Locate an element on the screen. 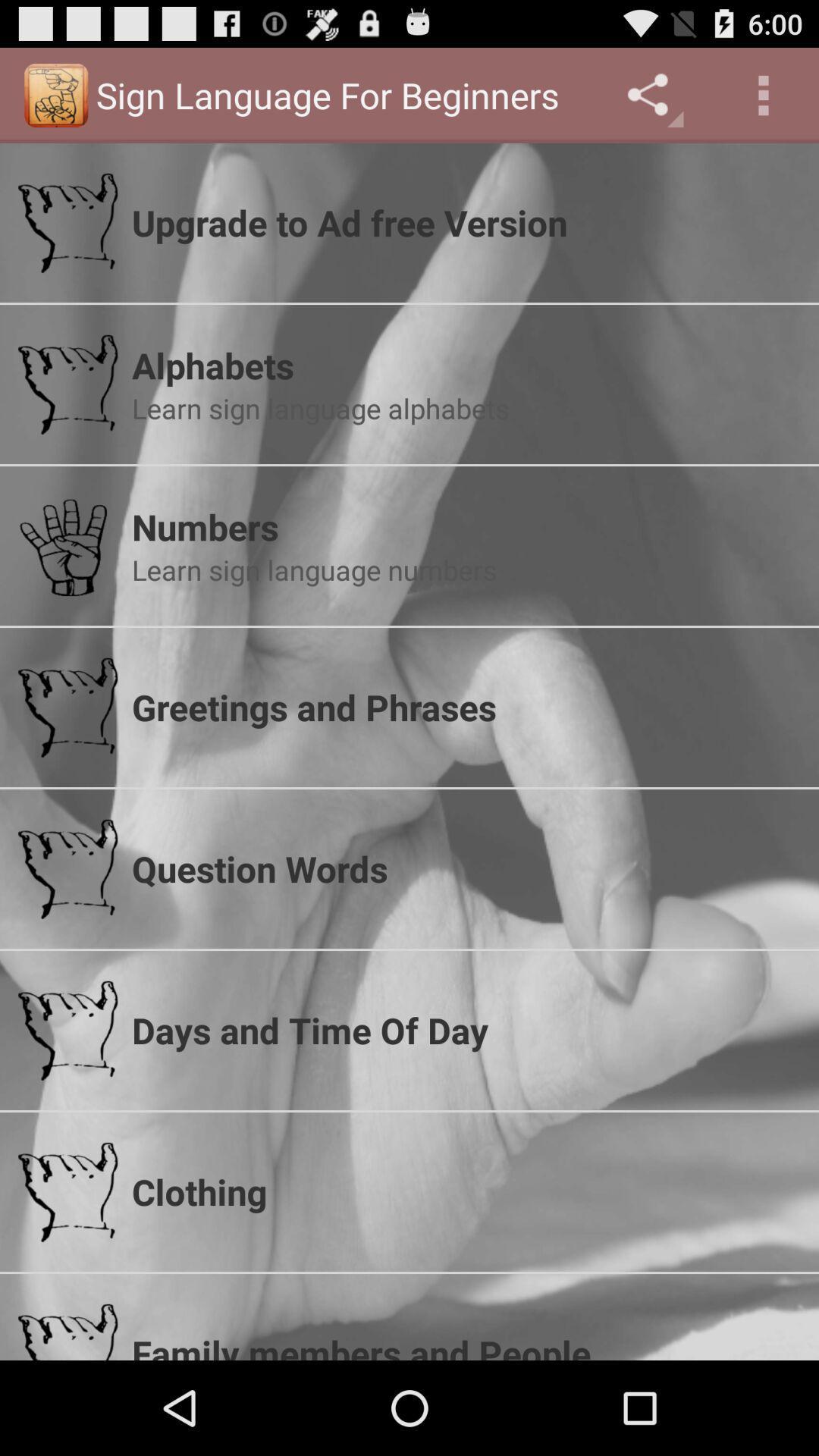 This screenshot has width=819, height=1456. clothing icon is located at coordinates (465, 1191).